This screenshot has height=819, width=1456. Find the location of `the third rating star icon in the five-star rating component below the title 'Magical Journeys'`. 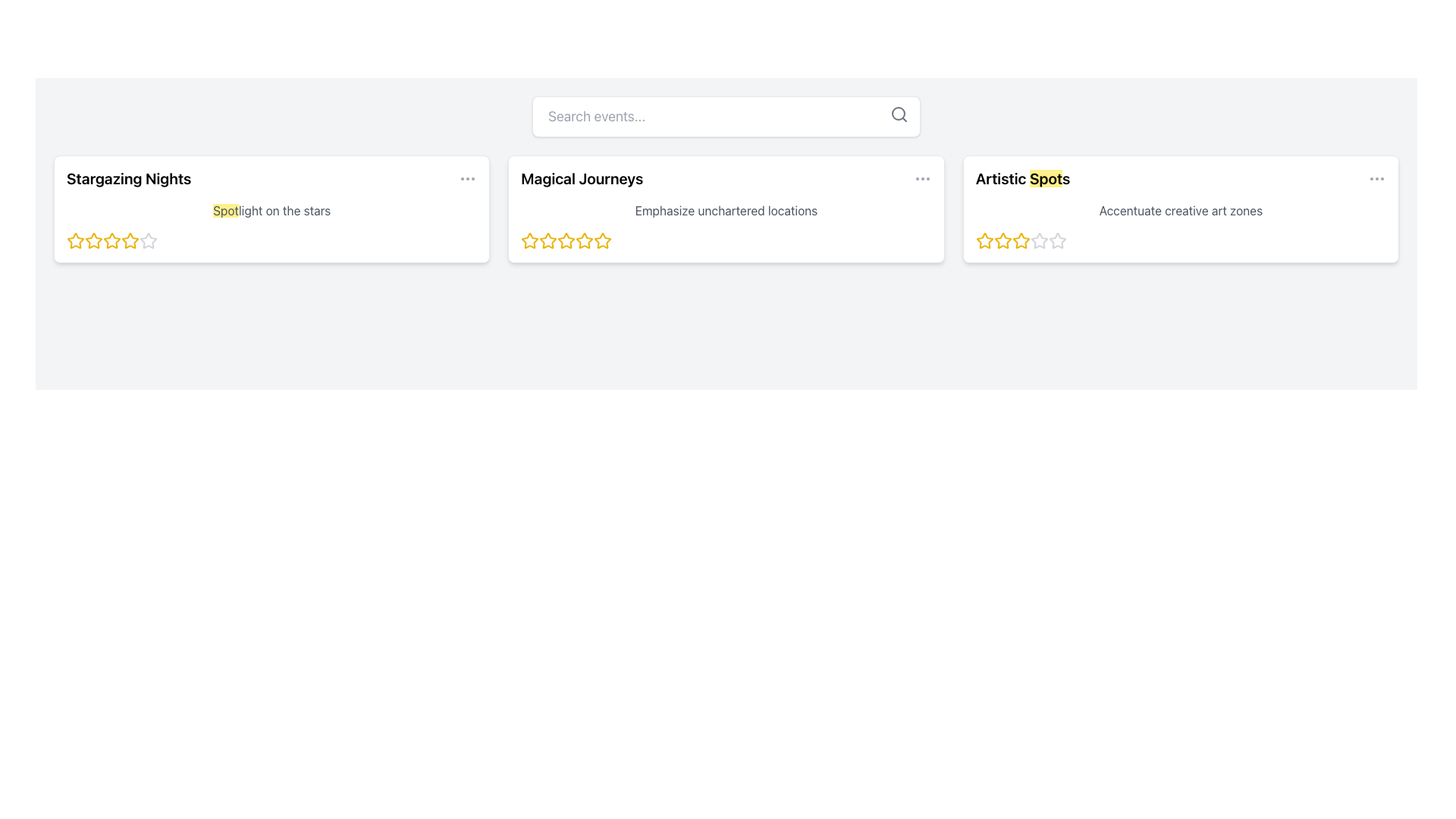

the third rating star icon in the five-star rating component below the title 'Magical Journeys' is located at coordinates (548, 240).